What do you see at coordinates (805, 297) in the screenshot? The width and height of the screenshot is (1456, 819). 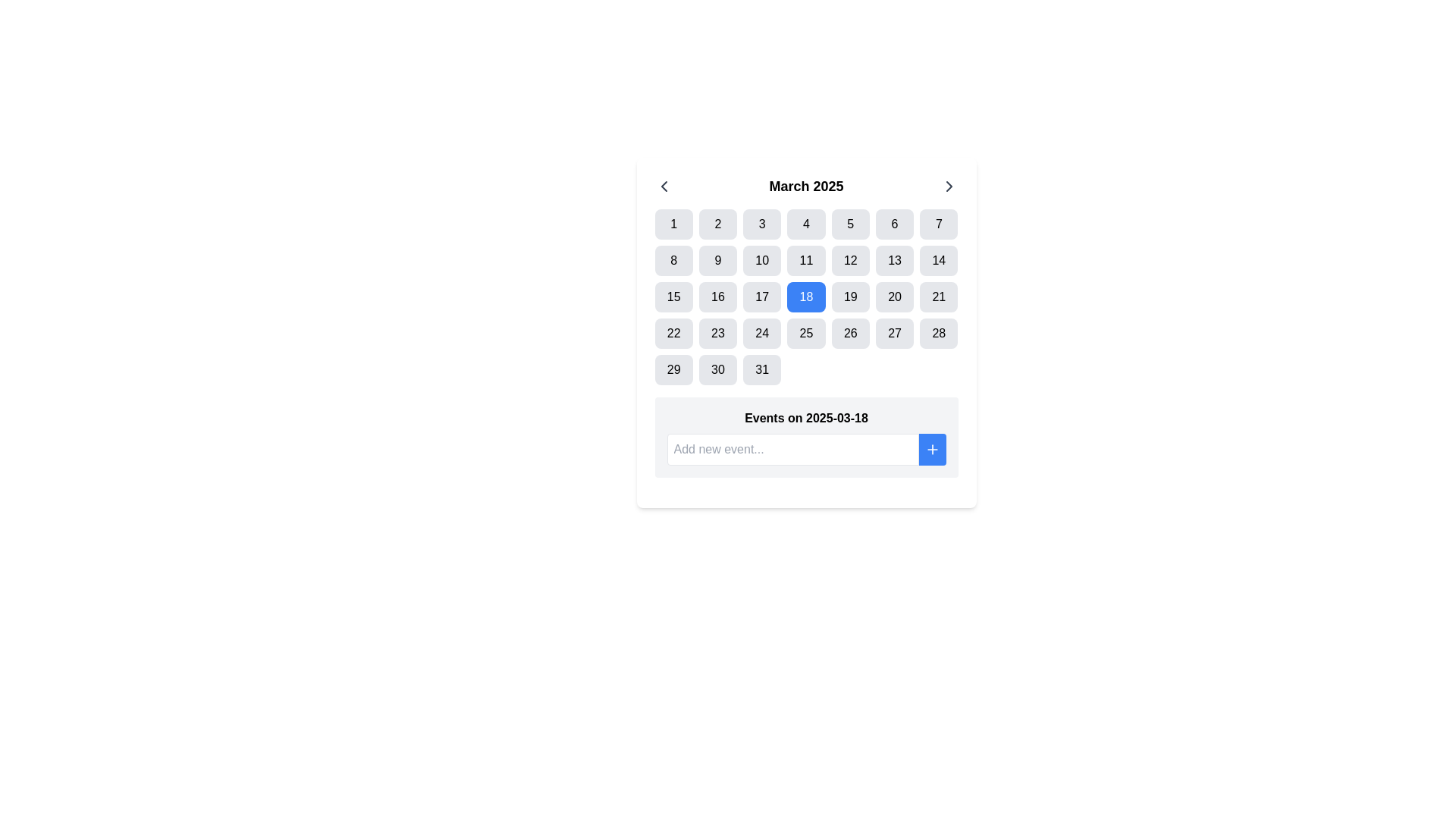 I see `the date button representing the 18th of March 2025` at bounding box center [805, 297].